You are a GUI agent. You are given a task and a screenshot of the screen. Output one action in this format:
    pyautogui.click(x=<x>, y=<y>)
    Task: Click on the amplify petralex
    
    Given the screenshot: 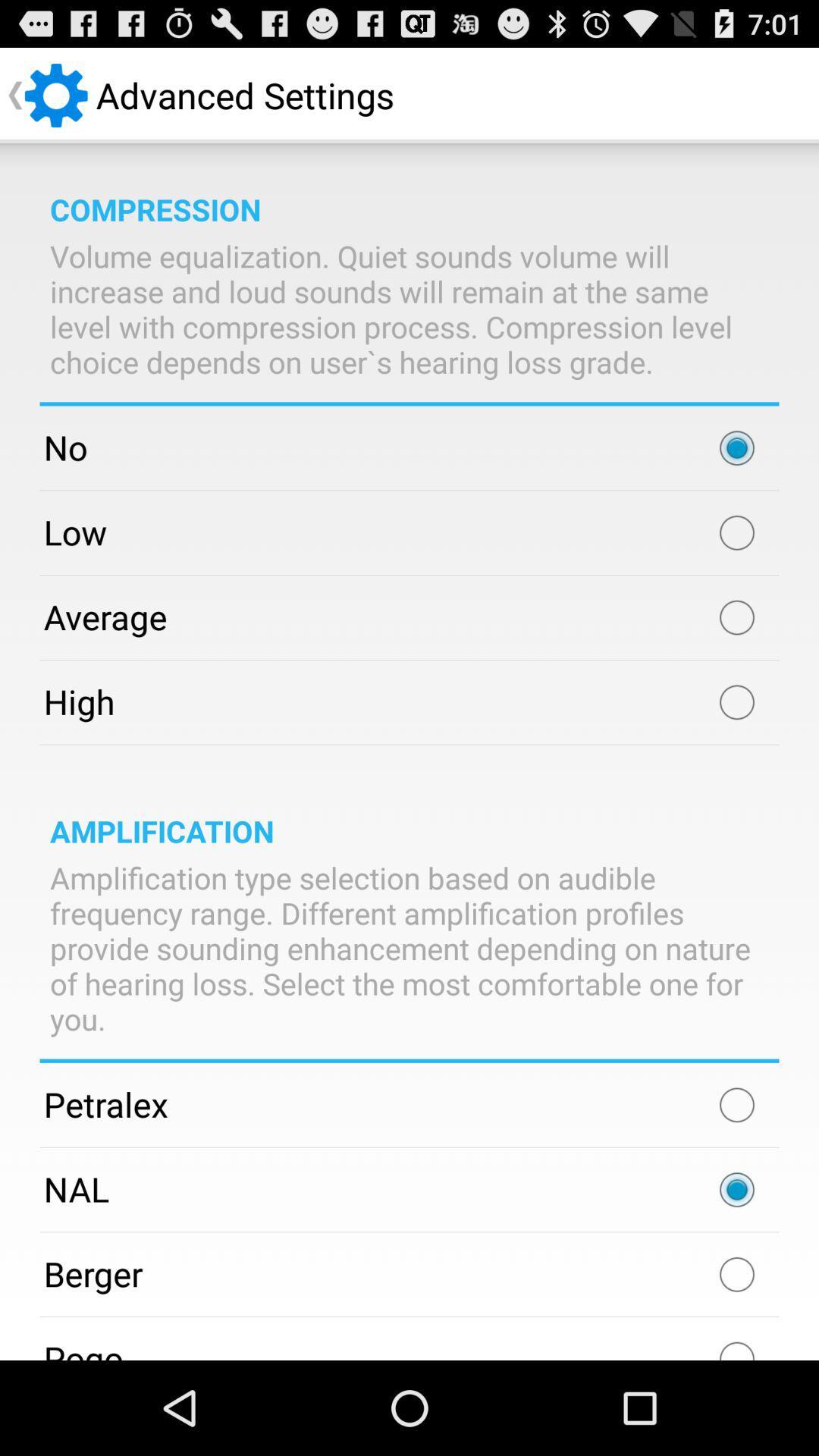 What is the action you would take?
    pyautogui.click(x=736, y=1105)
    